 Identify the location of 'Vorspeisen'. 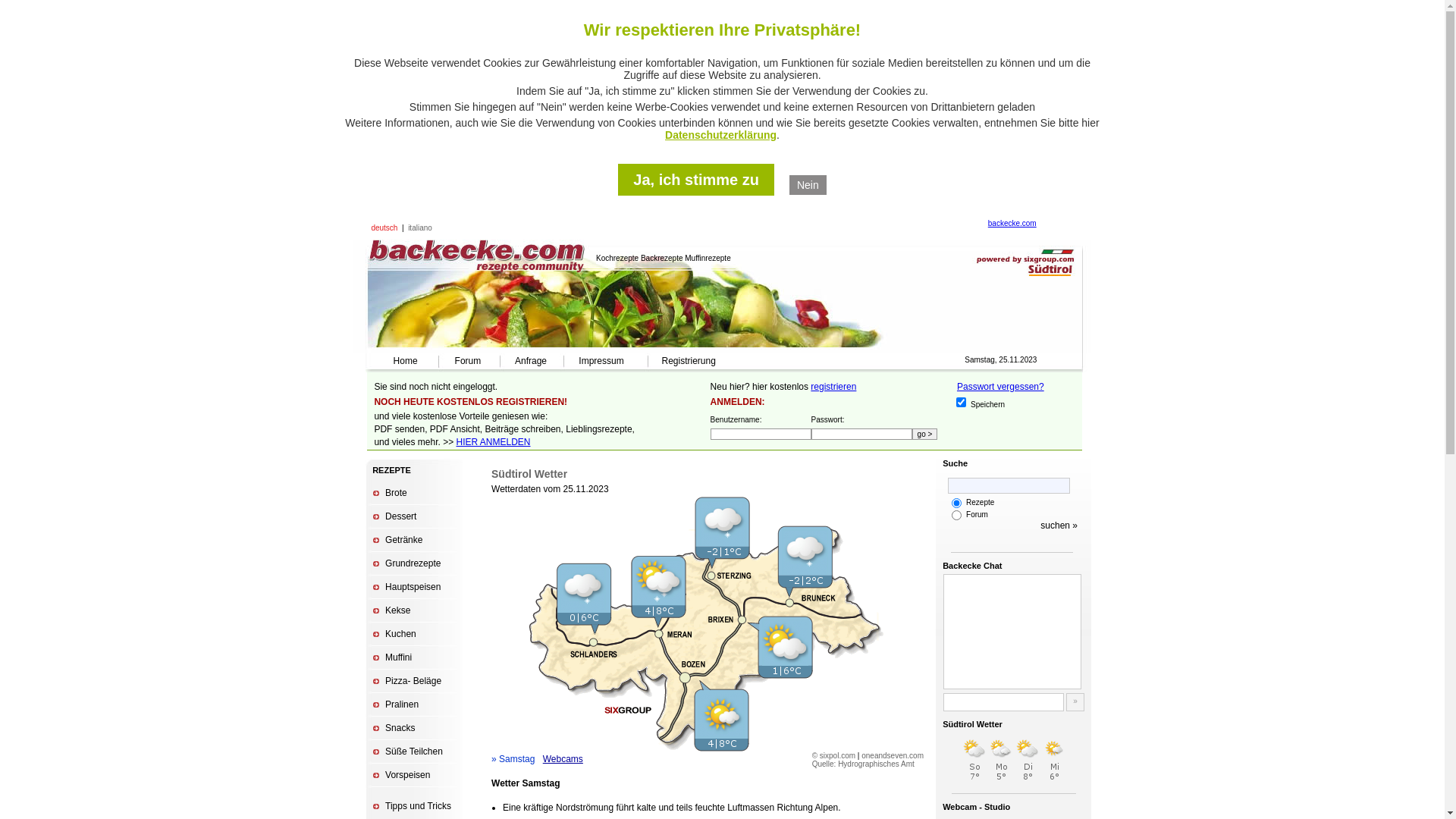
(407, 775).